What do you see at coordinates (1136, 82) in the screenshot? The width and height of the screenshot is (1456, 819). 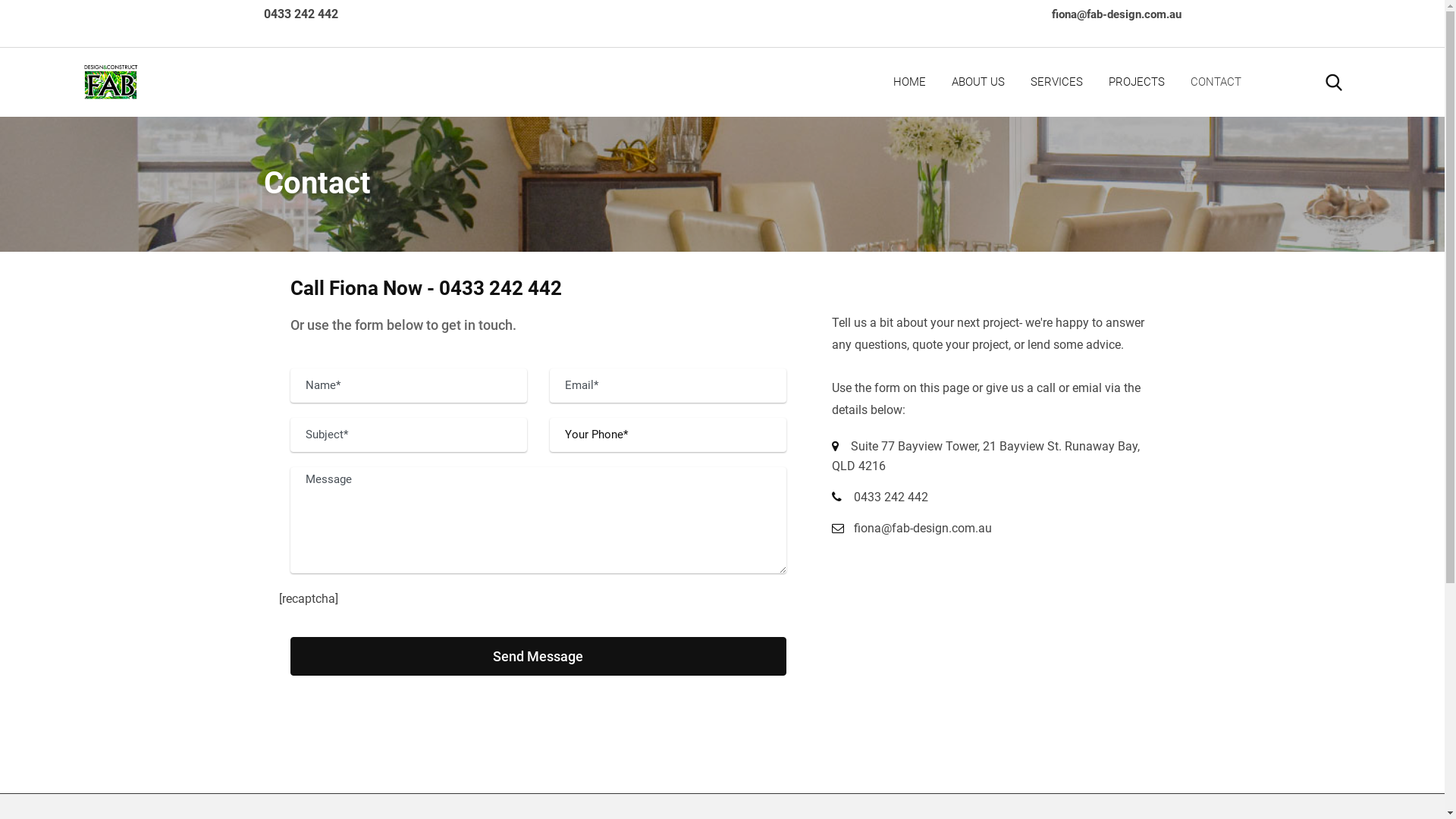 I see `'PROJECTS'` at bounding box center [1136, 82].